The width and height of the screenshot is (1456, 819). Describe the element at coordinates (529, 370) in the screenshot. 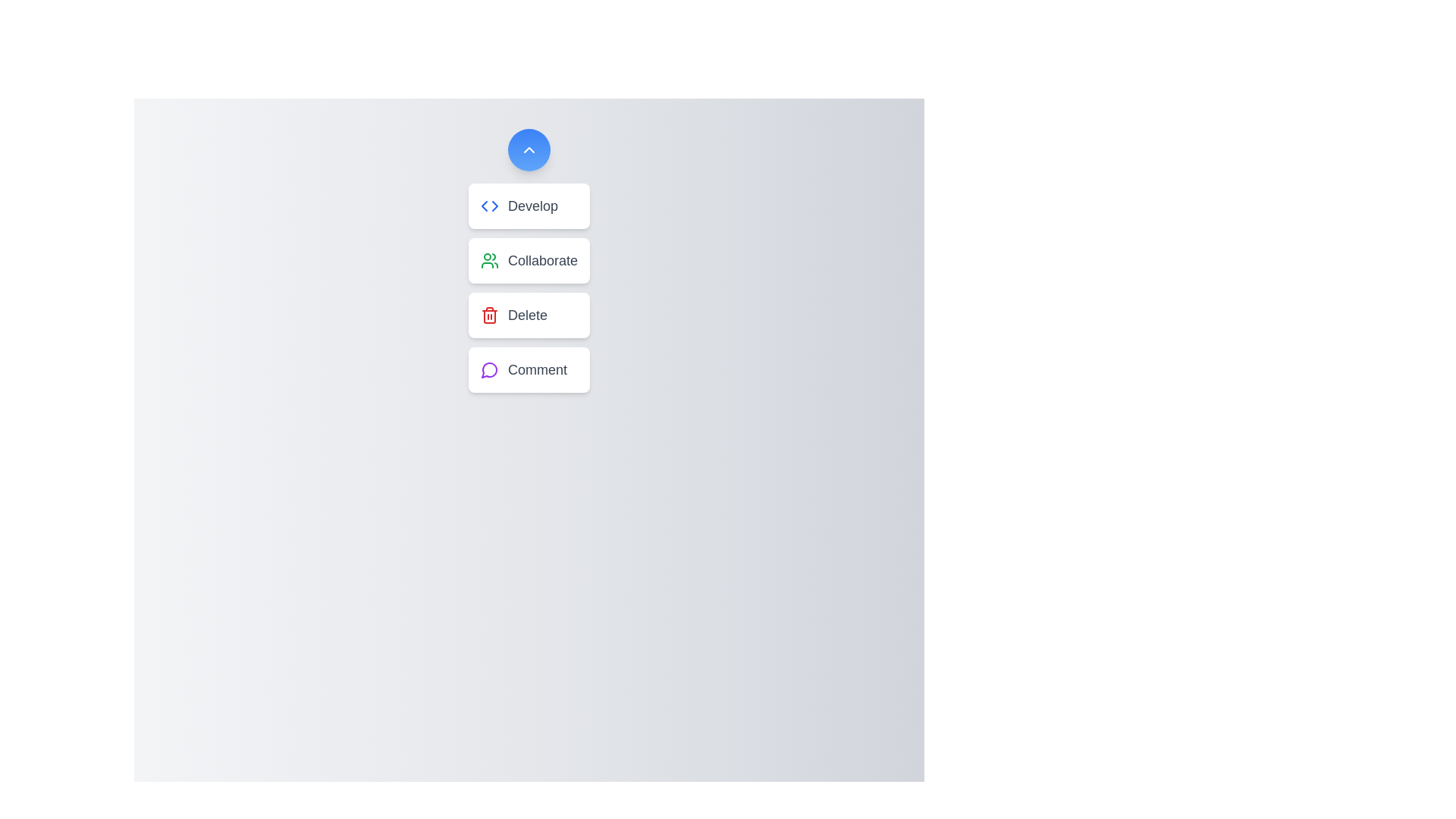

I see `the button labeled Comment` at that location.